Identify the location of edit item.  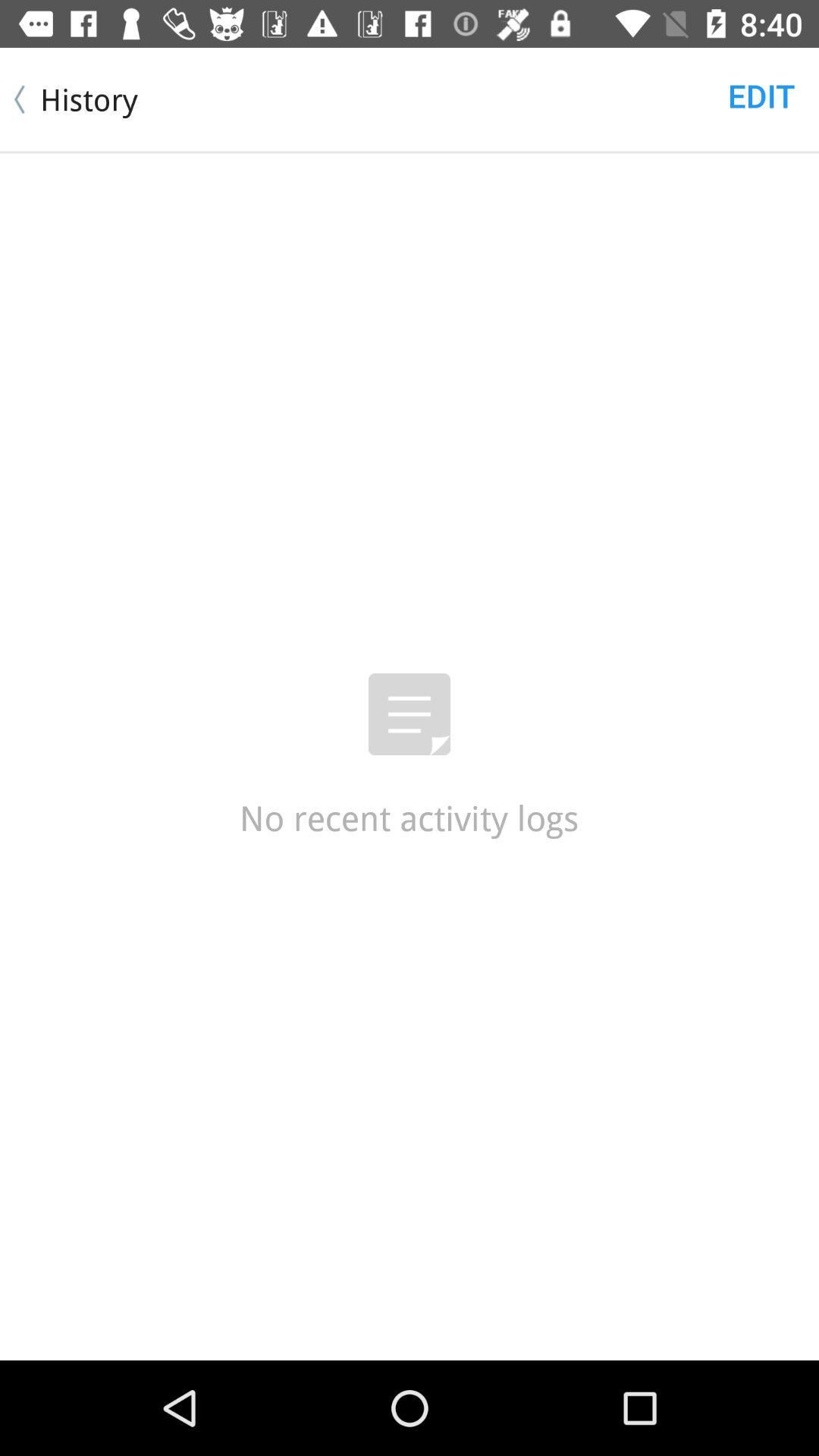
(761, 94).